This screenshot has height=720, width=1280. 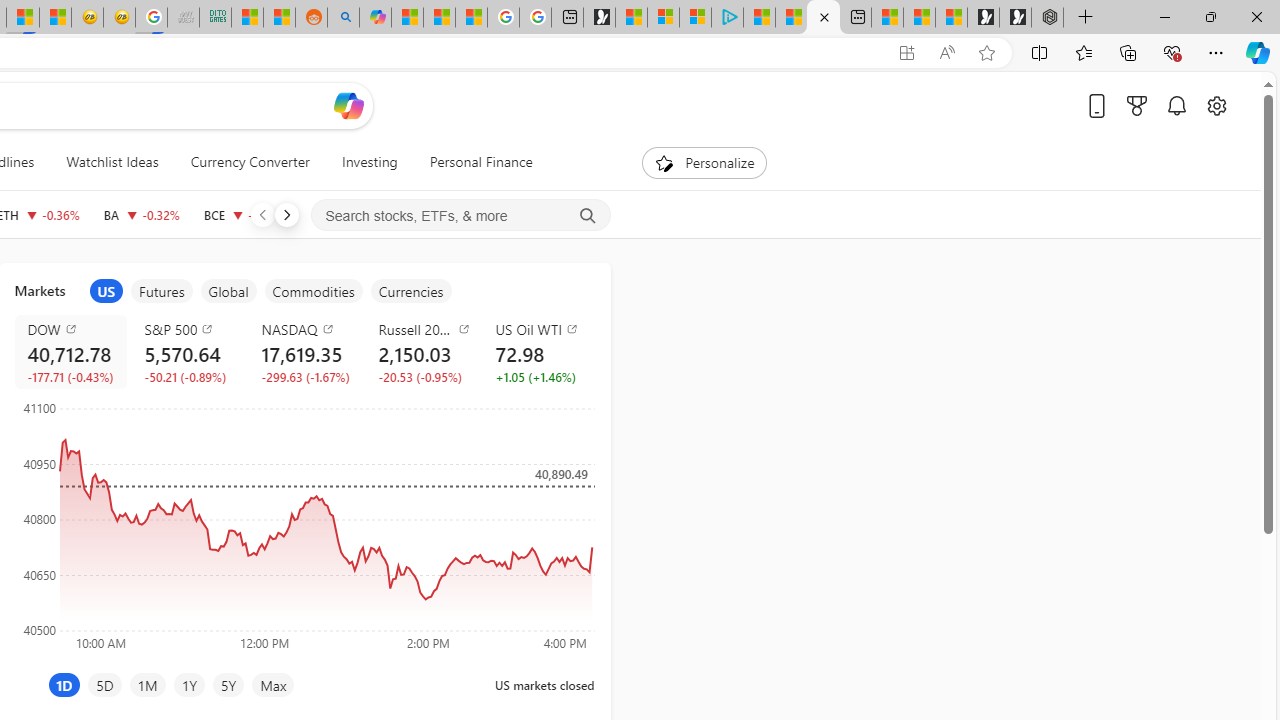 What do you see at coordinates (1215, 51) in the screenshot?
I see `'Settings and more (Alt+F)'` at bounding box center [1215, 51].